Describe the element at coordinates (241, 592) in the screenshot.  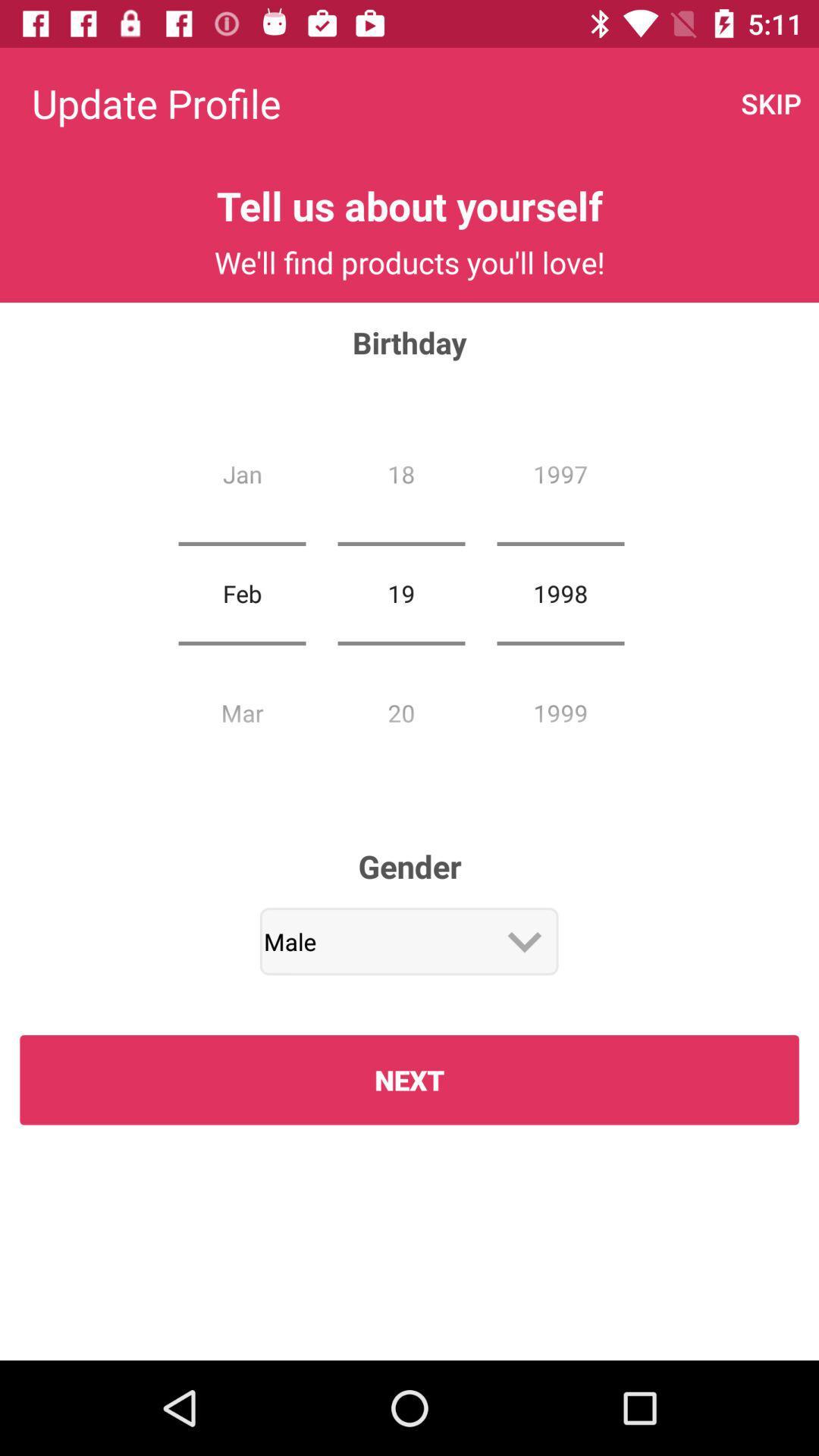
I see `item below the birthday` at that location.